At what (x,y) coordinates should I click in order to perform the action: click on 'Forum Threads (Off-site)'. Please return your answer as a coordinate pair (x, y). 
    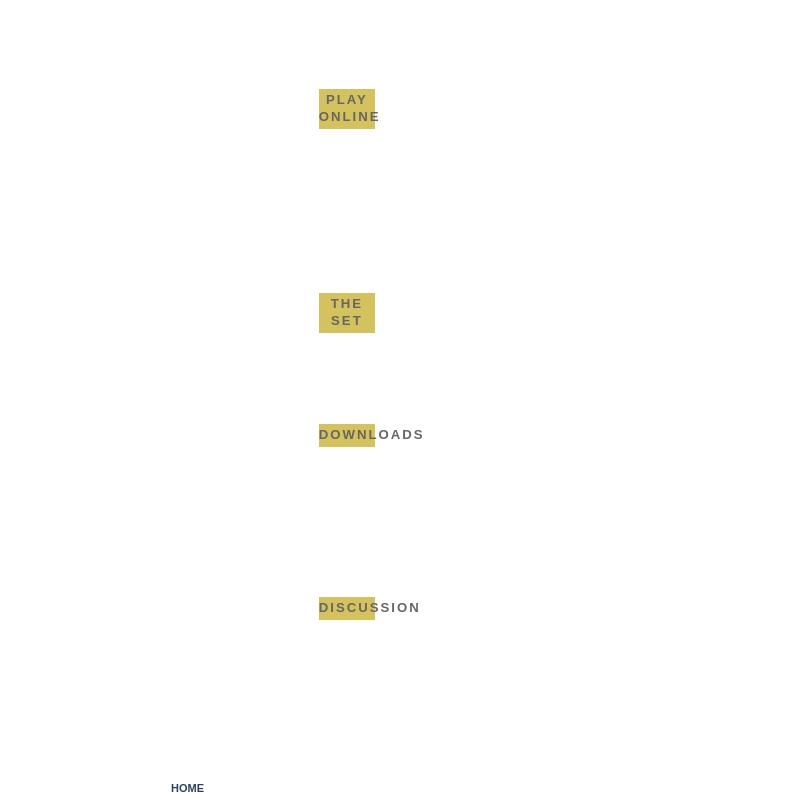
    Looking at the image, I should click on (378, 652).